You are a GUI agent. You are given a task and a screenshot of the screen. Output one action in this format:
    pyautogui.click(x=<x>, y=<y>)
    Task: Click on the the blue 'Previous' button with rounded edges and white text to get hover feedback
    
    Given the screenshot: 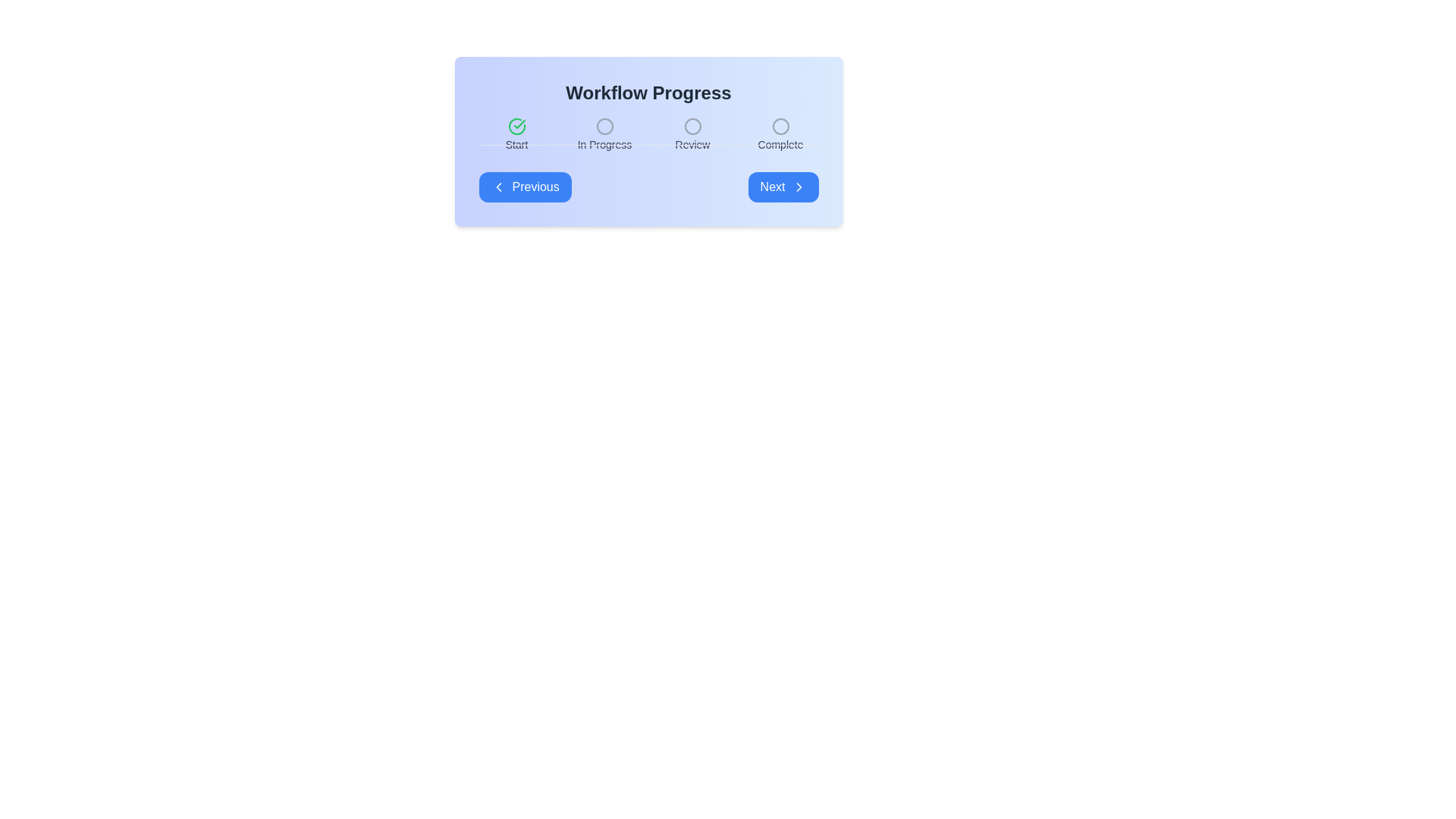 What is the action you would take?
    pyautogui.click(x=525, y=186)
    